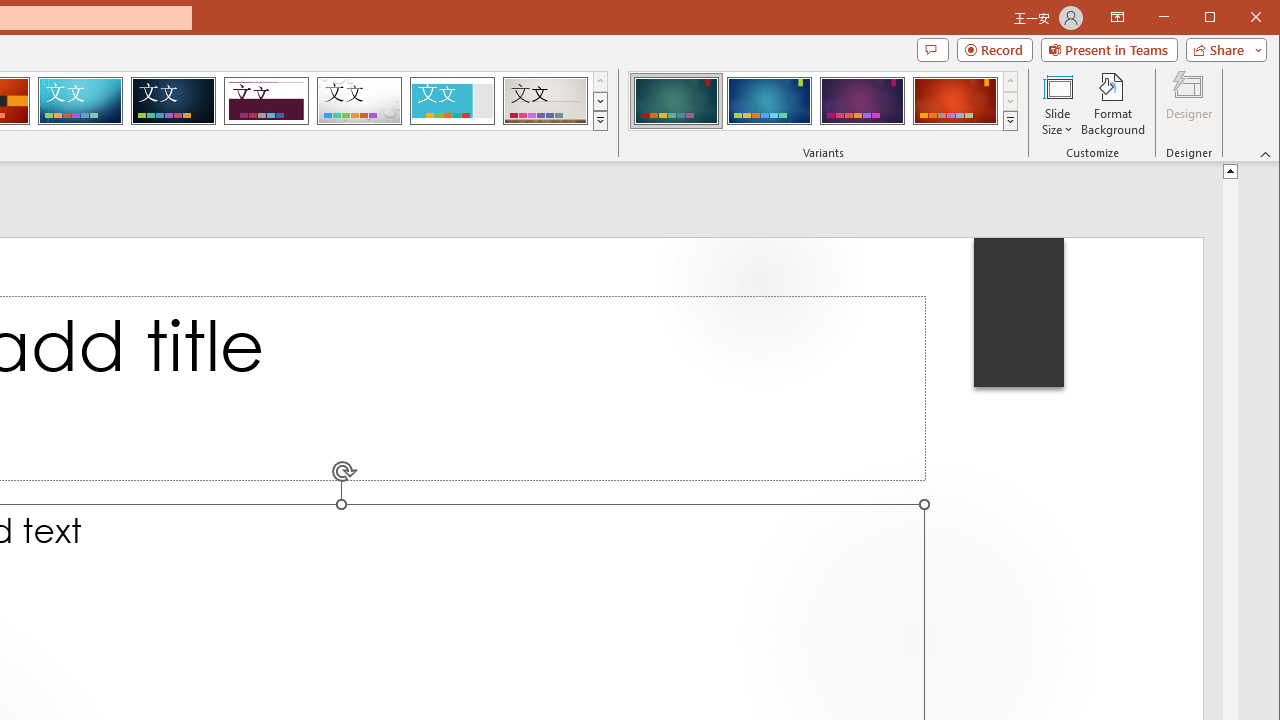  What do you see at coordinates (824, 101) in the screenshot?
I see `'AutomationID: ThemeVariantsGallery'` at bounding box center [824, 101].